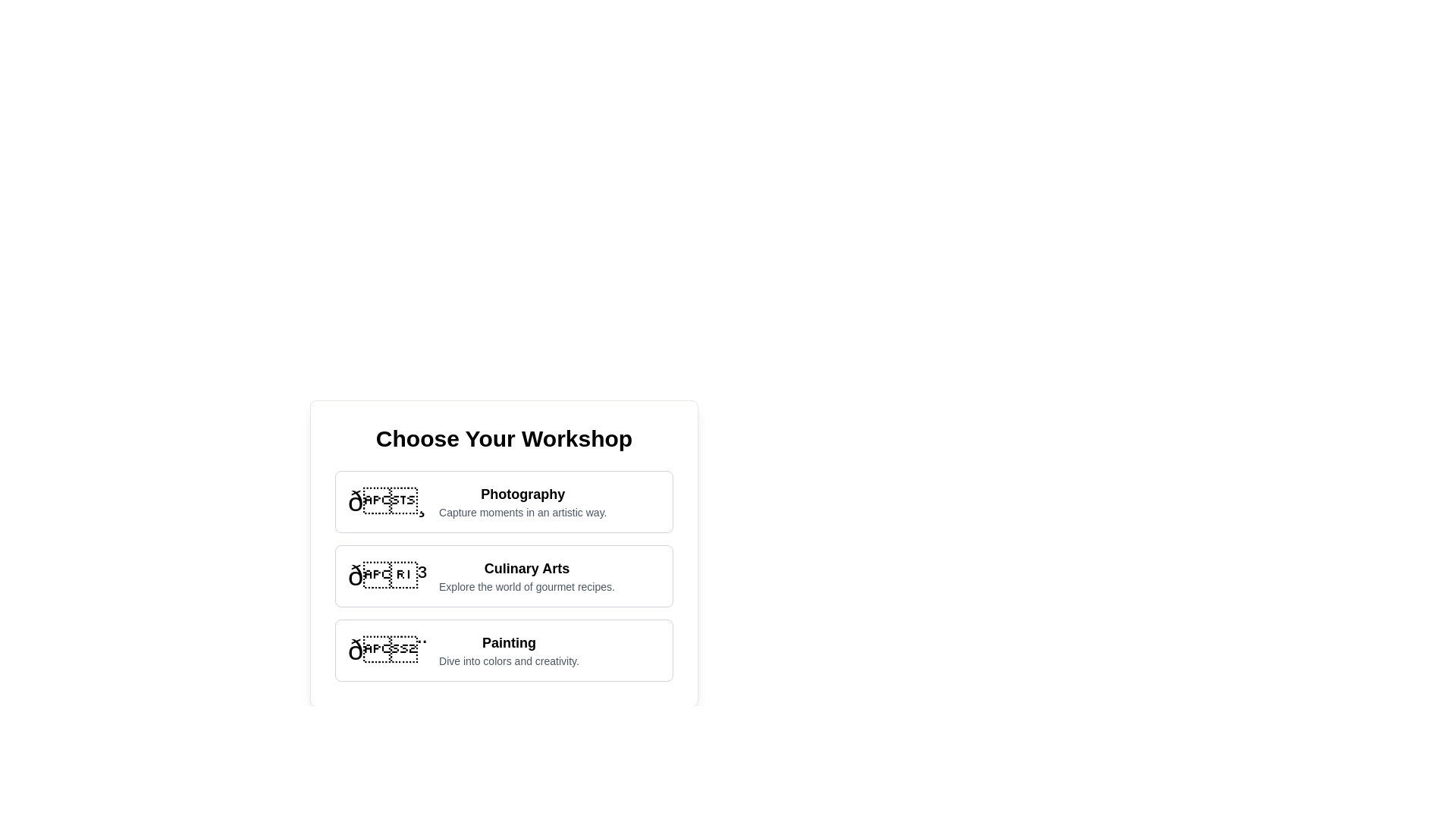  I want to click on the Text Block that presents the option for culinary workshops, located beneath the 'Photography' option and above the 'Painting' option on the second row, so click(527, 576).